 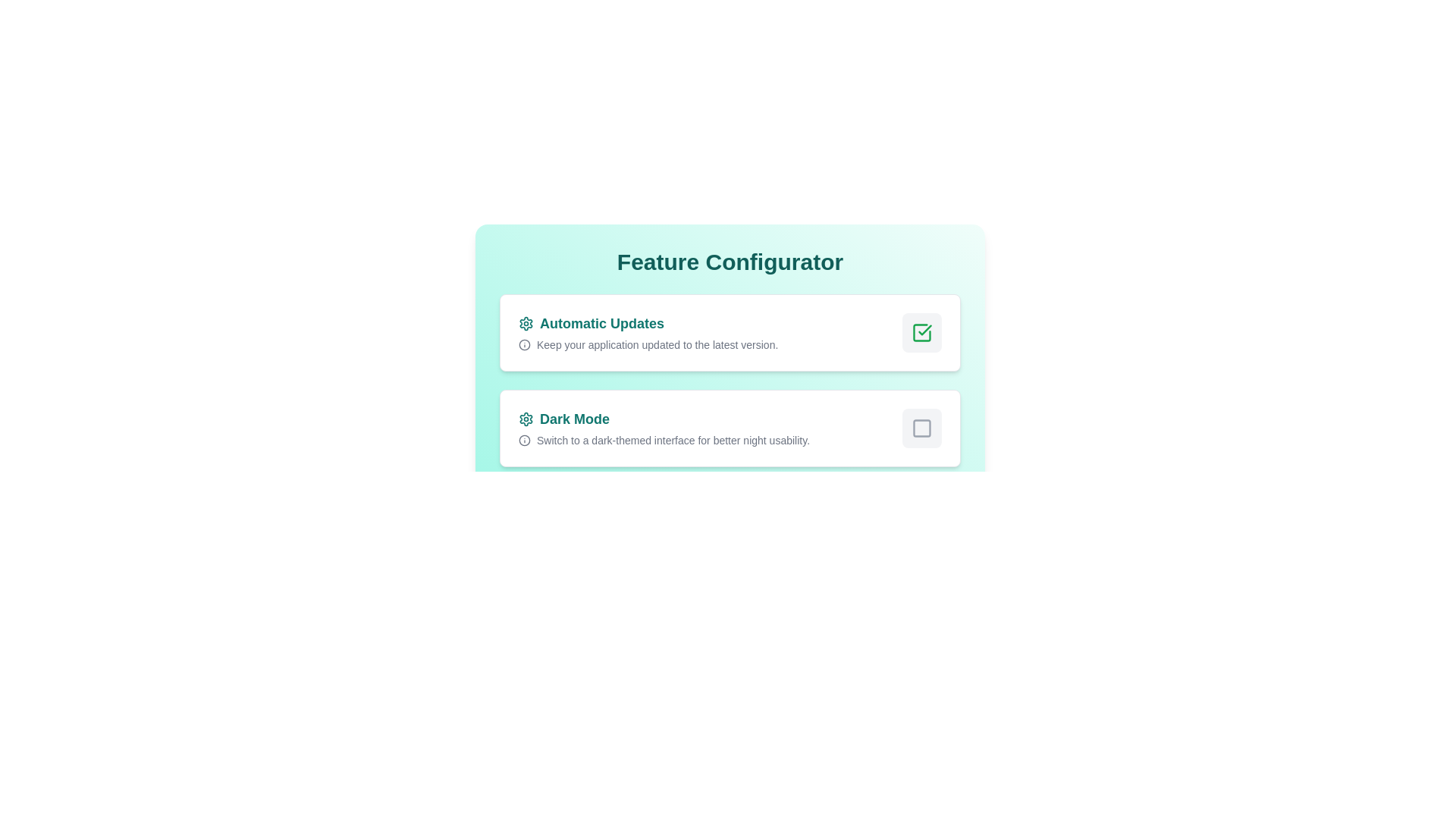 I want to click on the information icon styled as a circle with an 'i' in its center, located to the immediate left of the text 'Keep your application updated to the latest version' in the 'Feature Configurator' section for more info, so click(x=524, y=345).